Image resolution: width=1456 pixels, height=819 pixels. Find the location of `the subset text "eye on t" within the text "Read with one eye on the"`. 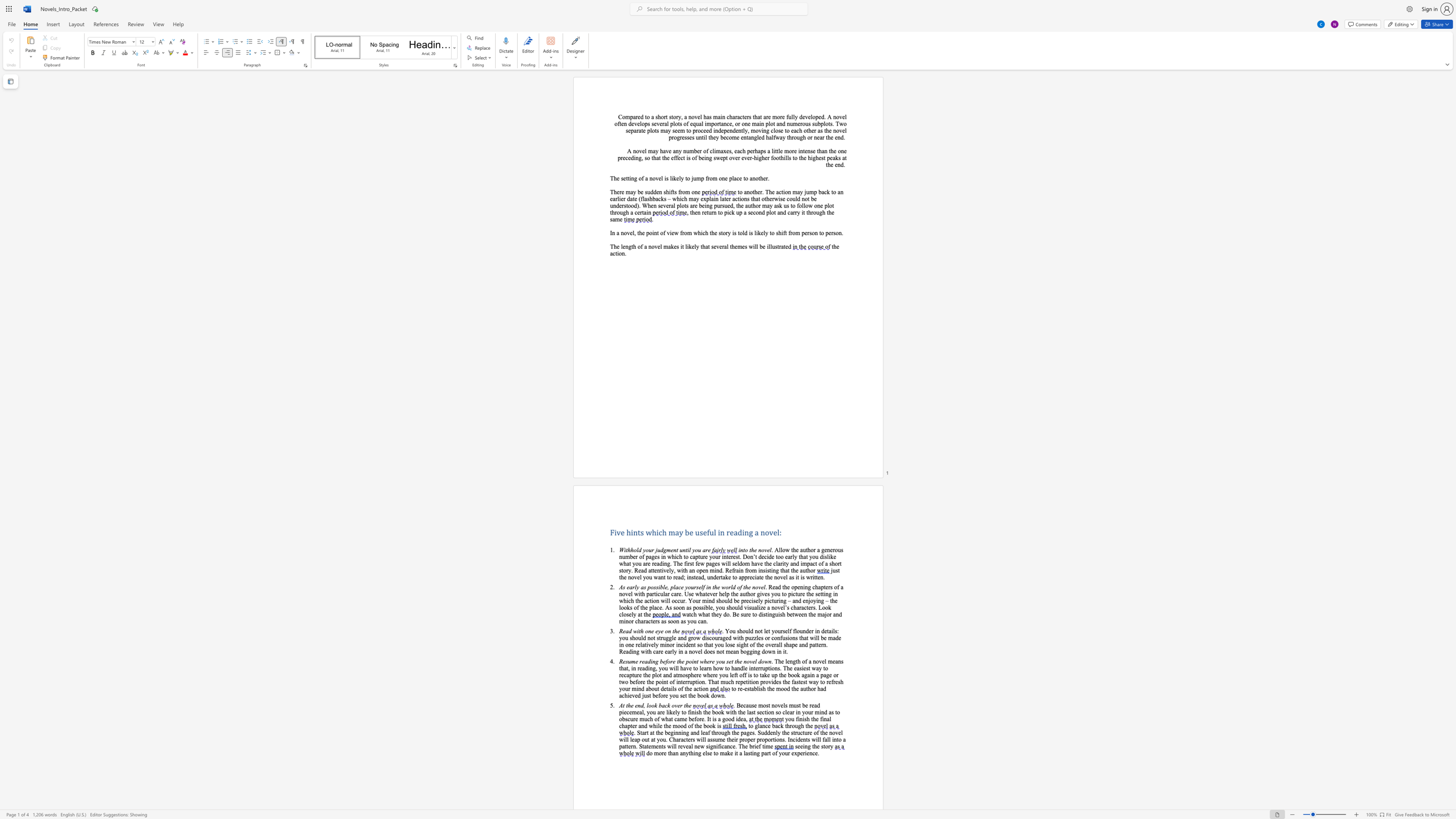

the subset text "eye on t" within the text "Read with one eye on the" is located at coordinates (655, 631).